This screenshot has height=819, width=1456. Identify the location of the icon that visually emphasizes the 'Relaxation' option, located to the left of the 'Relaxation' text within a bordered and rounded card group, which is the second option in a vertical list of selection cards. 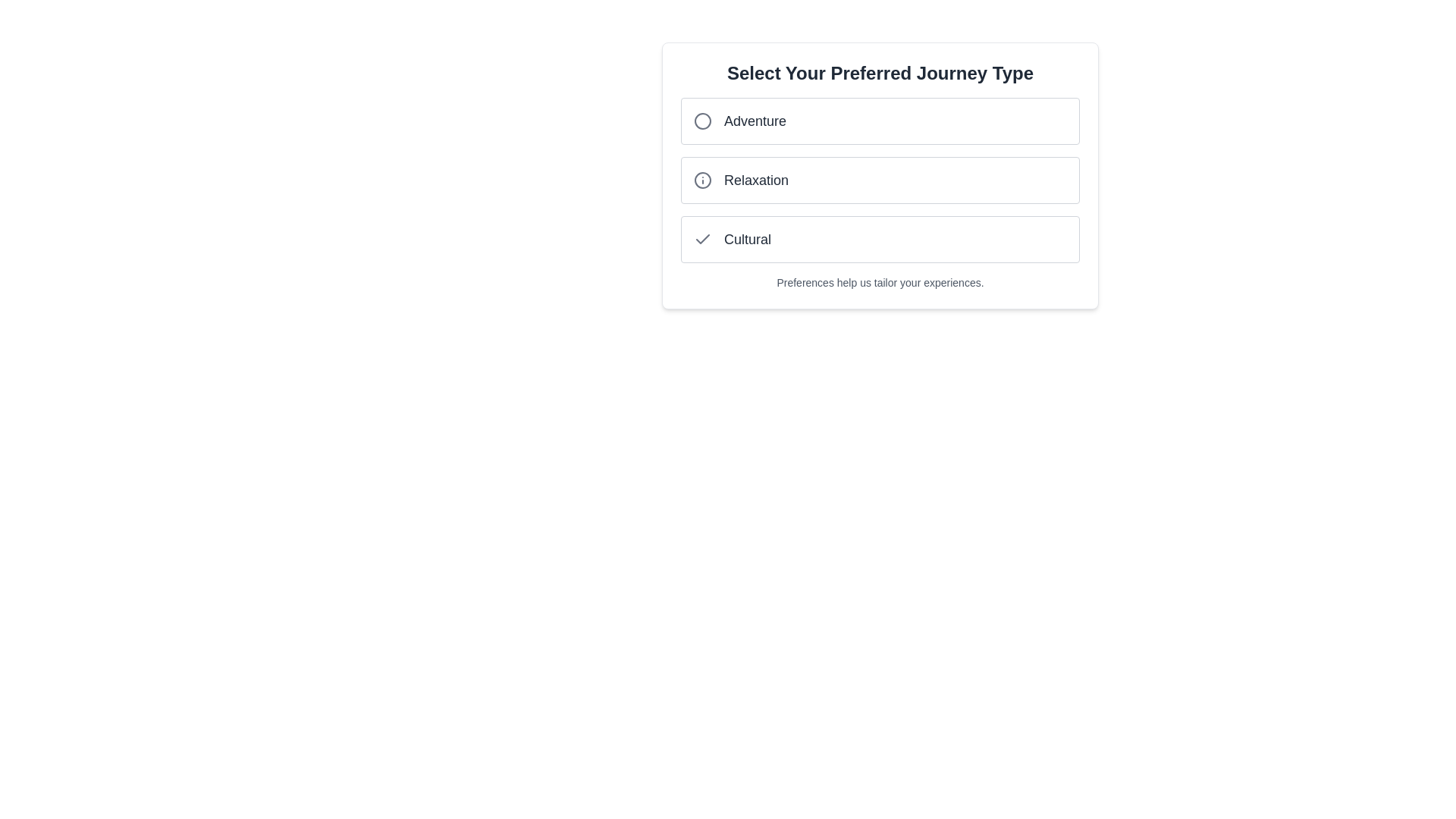
(701, 180).